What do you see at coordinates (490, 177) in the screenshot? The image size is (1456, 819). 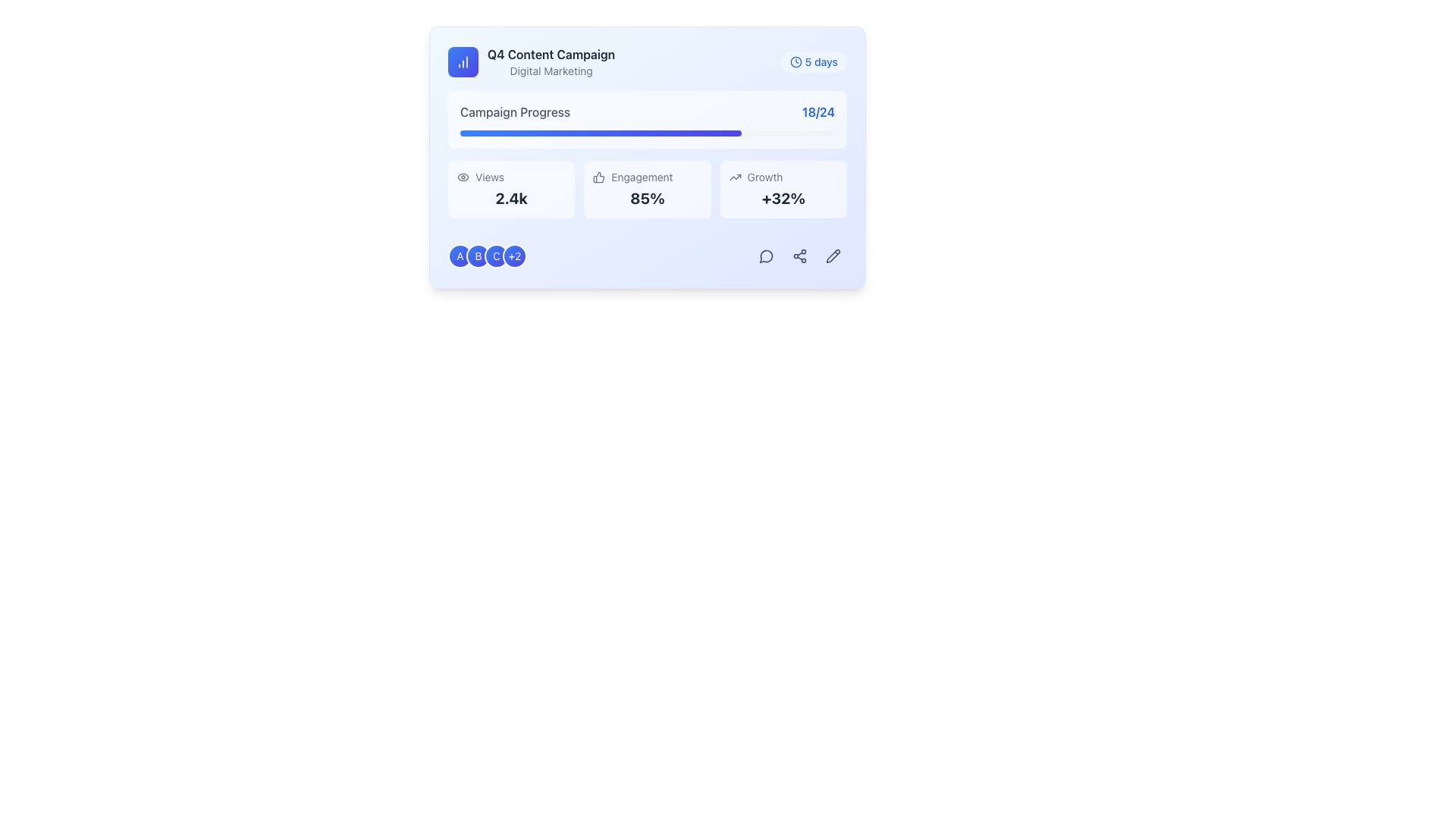 I see `the Static label indicating 'Views', which is positioned next to the 'eye' icon and above the numerical value '2.4k'` at bounding box center [490, 177].